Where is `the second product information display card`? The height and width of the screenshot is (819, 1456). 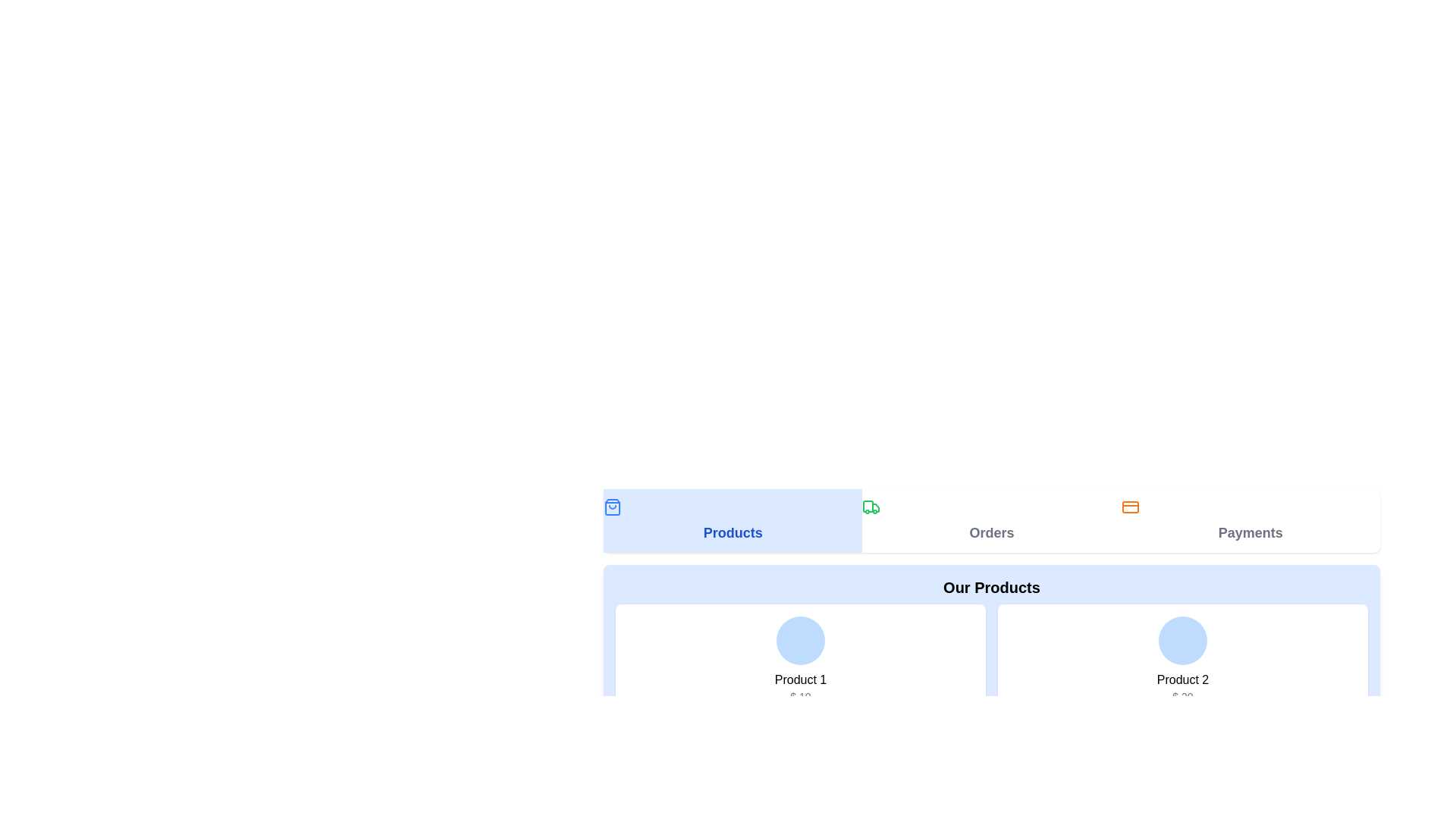 the second product information display card is located at coordinates (1182, 660).